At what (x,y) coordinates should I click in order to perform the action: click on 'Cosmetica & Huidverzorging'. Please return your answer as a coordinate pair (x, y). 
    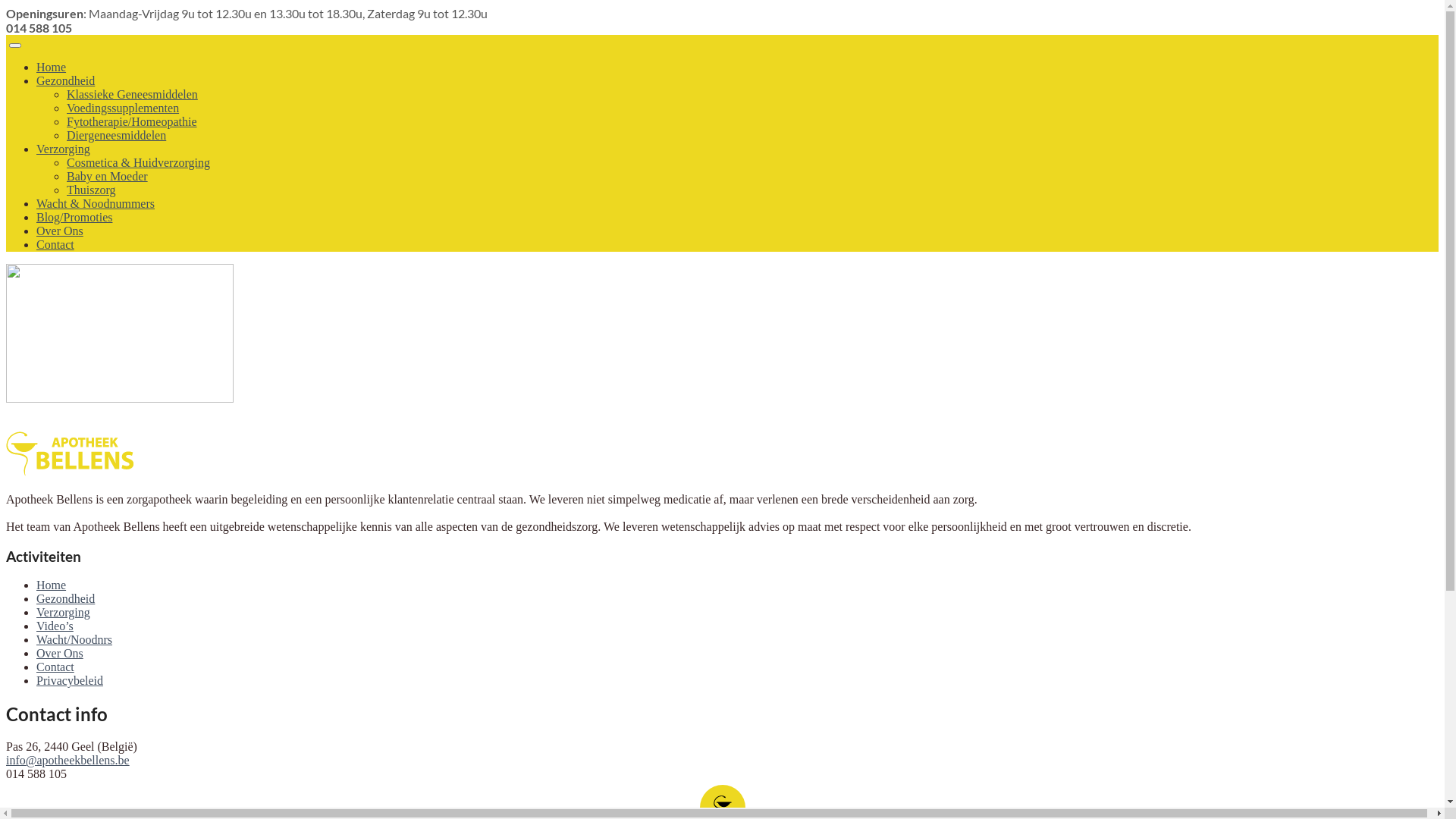
    Looking at the image, I should click on (138, 162).